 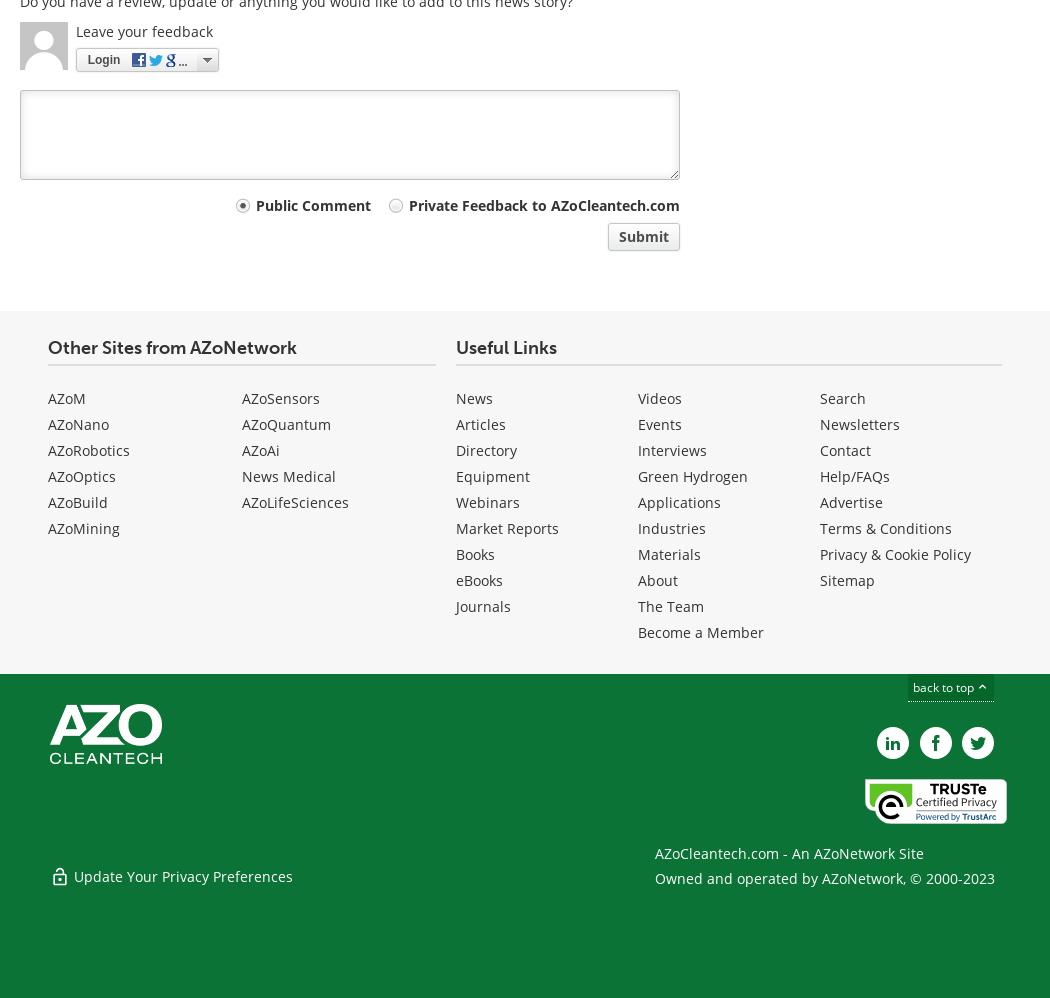 What do you see at coordinates (893, 553) in the screenshot?
I see `'Privacy & Cookie Policy'` at bounding box center [893, 553].